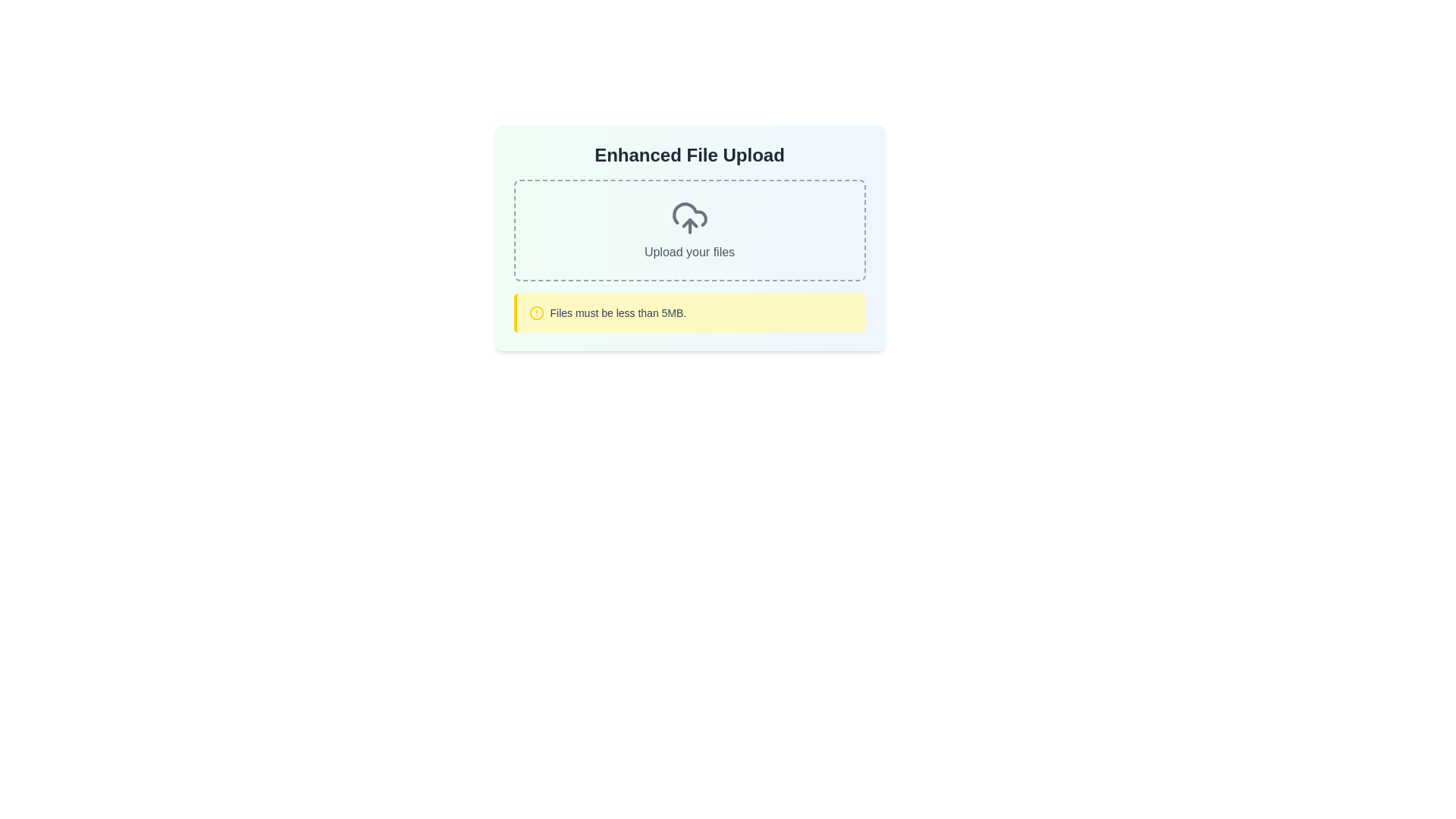 This screenshot has width=1456, height=819. What do you see at coordinates (689, 231) in the screenshot?
I see `the interactive drop area for file uploading, which is outlined with a dashed border and contains a cloud upload icon and the text 'Upload your files'` at bounding box center [689, 231].